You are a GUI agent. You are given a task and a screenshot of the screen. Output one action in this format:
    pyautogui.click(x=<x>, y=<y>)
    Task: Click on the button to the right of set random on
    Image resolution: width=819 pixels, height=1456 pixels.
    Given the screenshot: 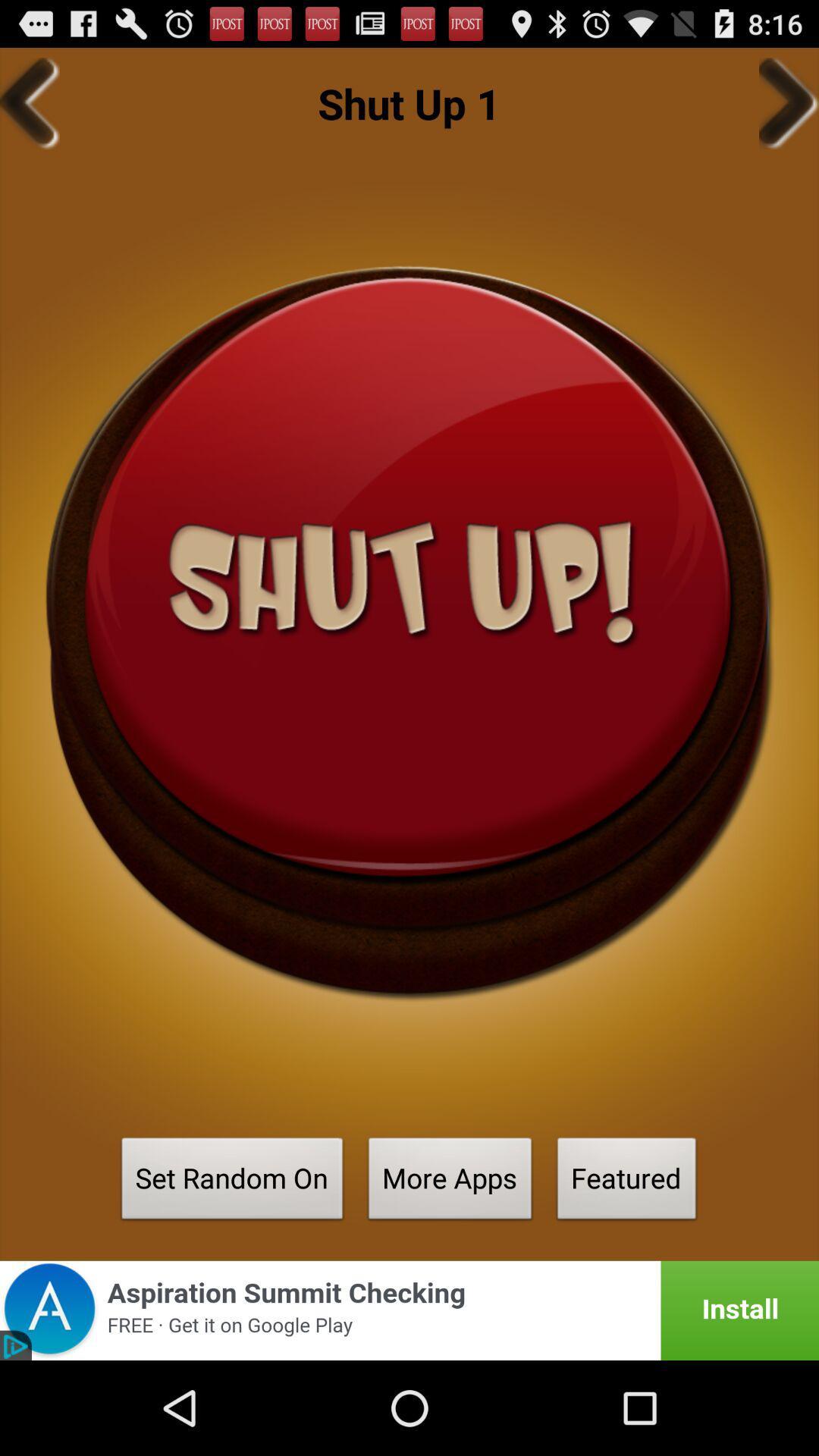 What is the action you would take?
    pyautogui.click(x=450, y=1182)
    